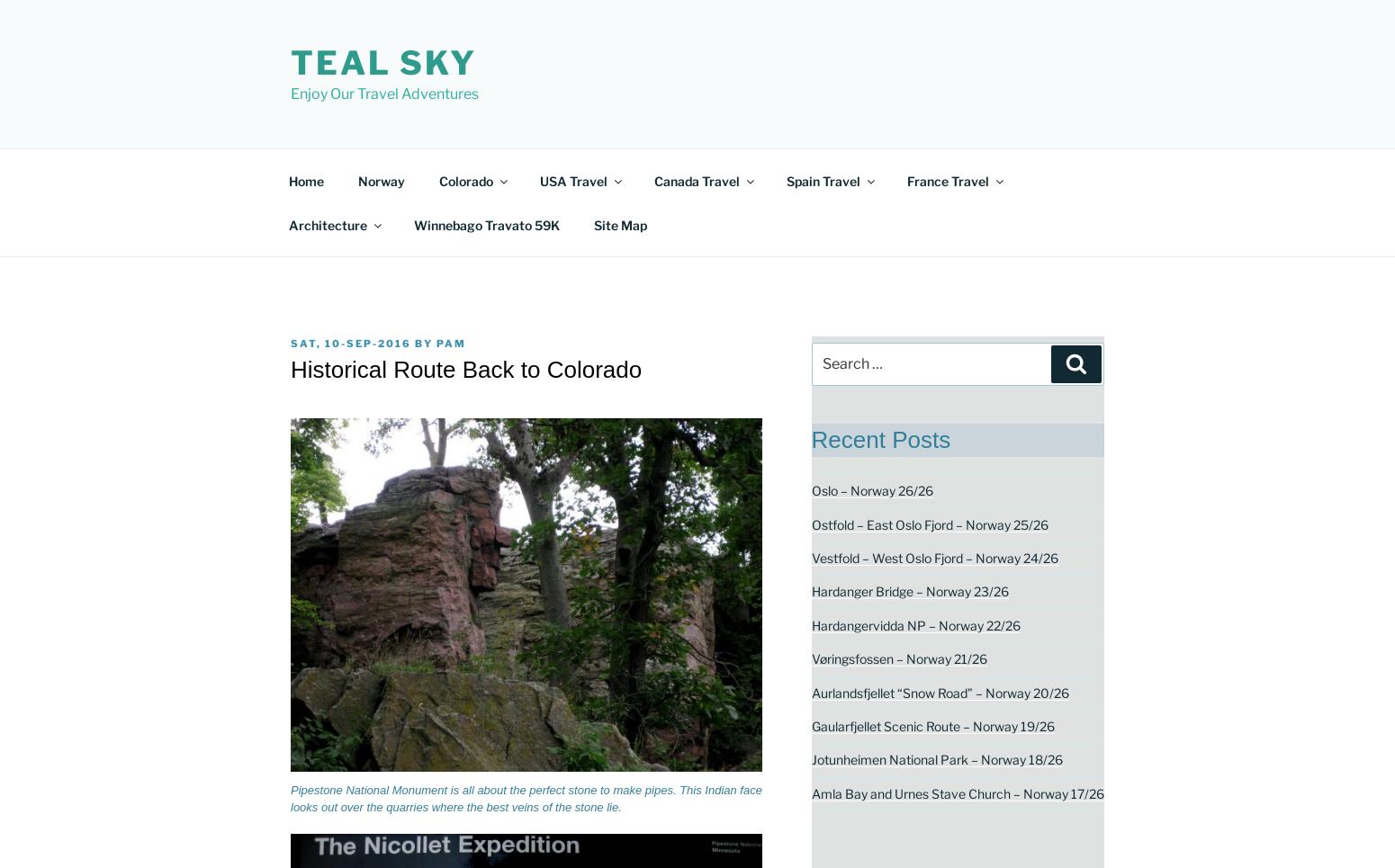 This screenshot has width=1395, height=868. What do you see at coordinates (526, 798) in the screenshot?
I see `'Pipestone National Monument is all about the perfect stone to make pipes. This Indian face looks out over the quarries where the best veins of the stone lie.'` at bounding box center [526, 798].